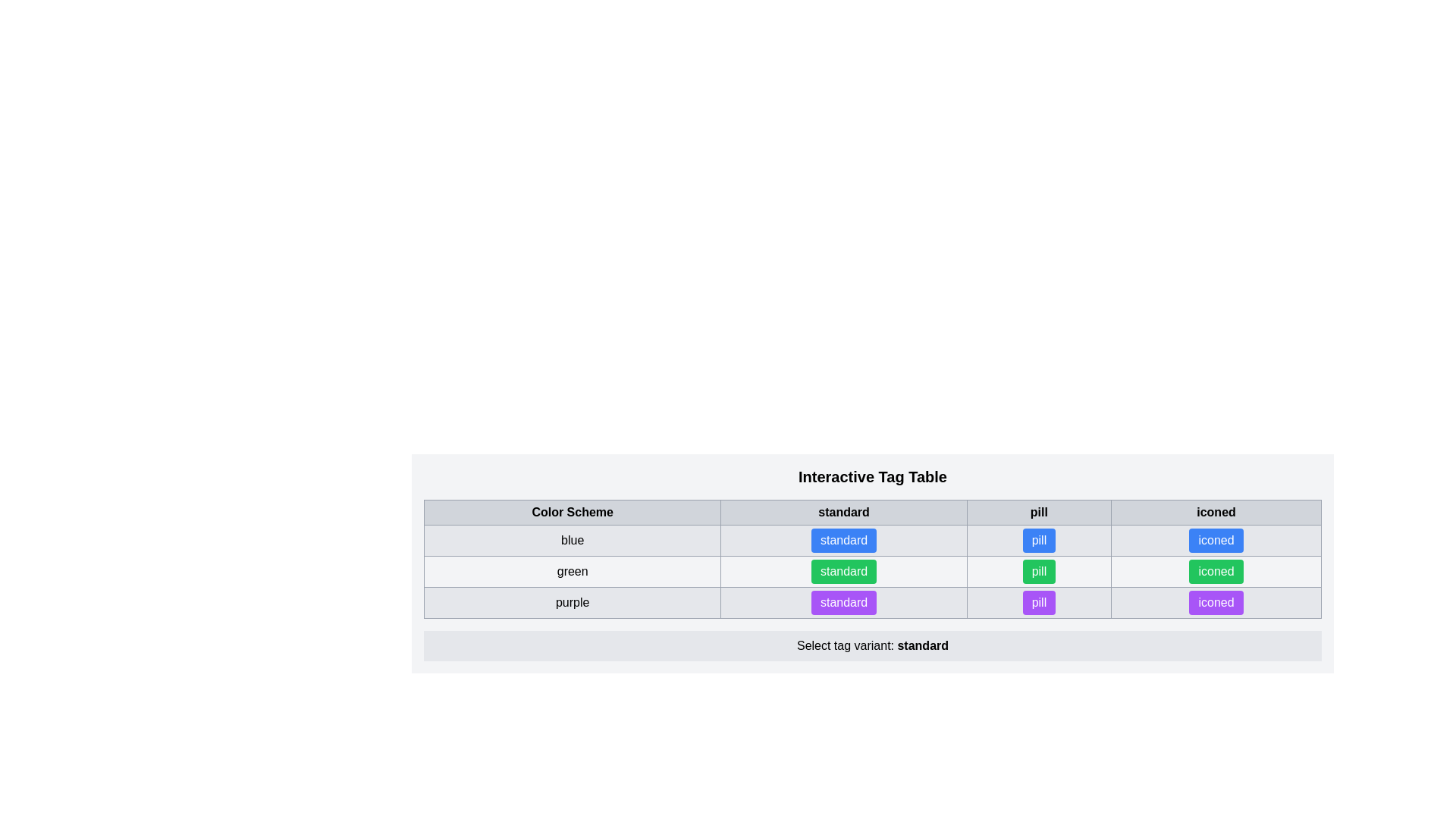 The width and height of the screenshot is (1456, 819). I want to click on the button labeled 'standard' with a purple background in the 'Interactive Tag Table', so click(843, 601).